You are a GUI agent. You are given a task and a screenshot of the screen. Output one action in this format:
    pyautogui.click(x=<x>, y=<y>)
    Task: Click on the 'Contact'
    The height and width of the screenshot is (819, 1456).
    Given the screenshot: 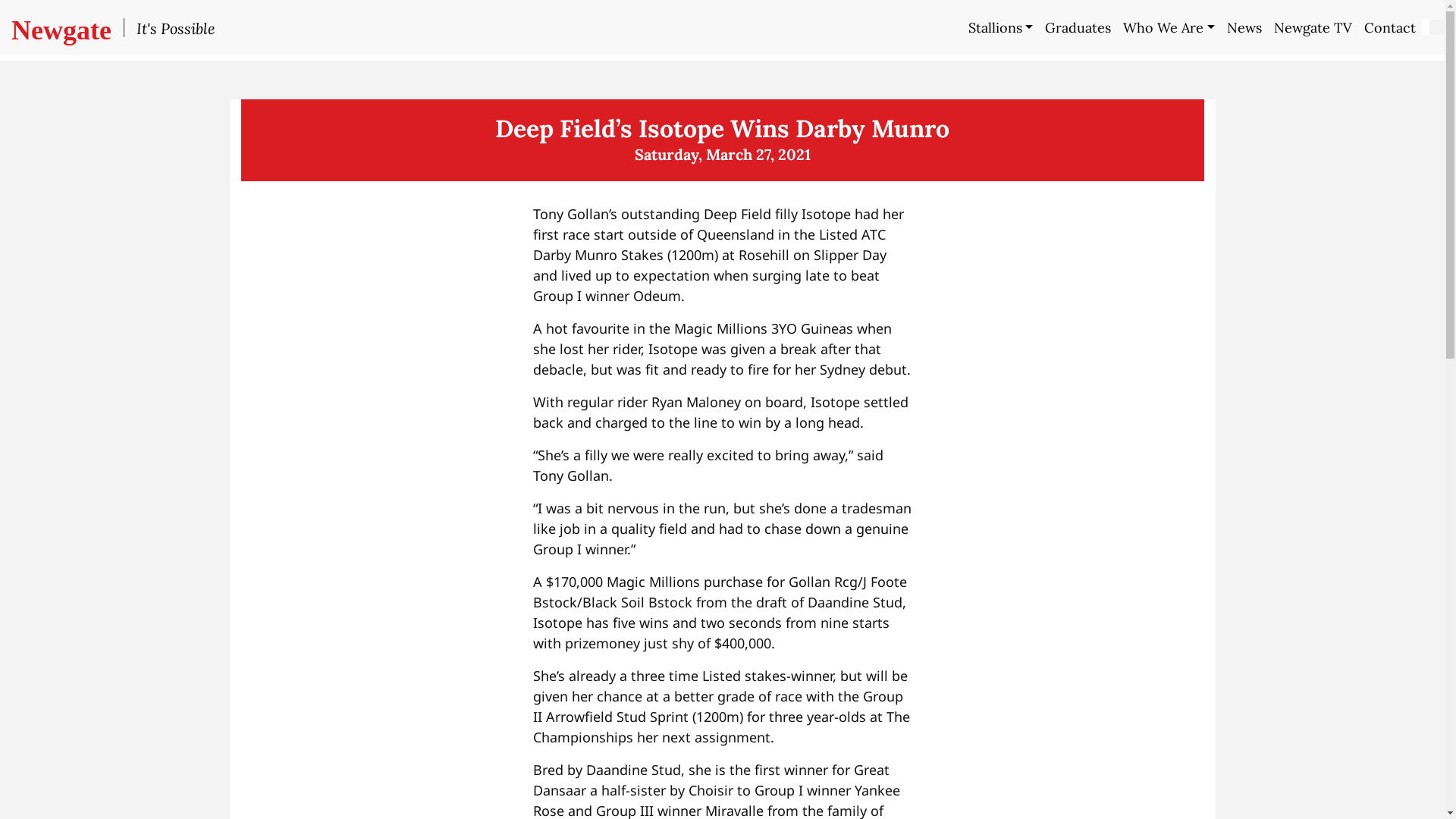 What is the action you would take?
    pyautogui.click(x=1390, y=27)
    